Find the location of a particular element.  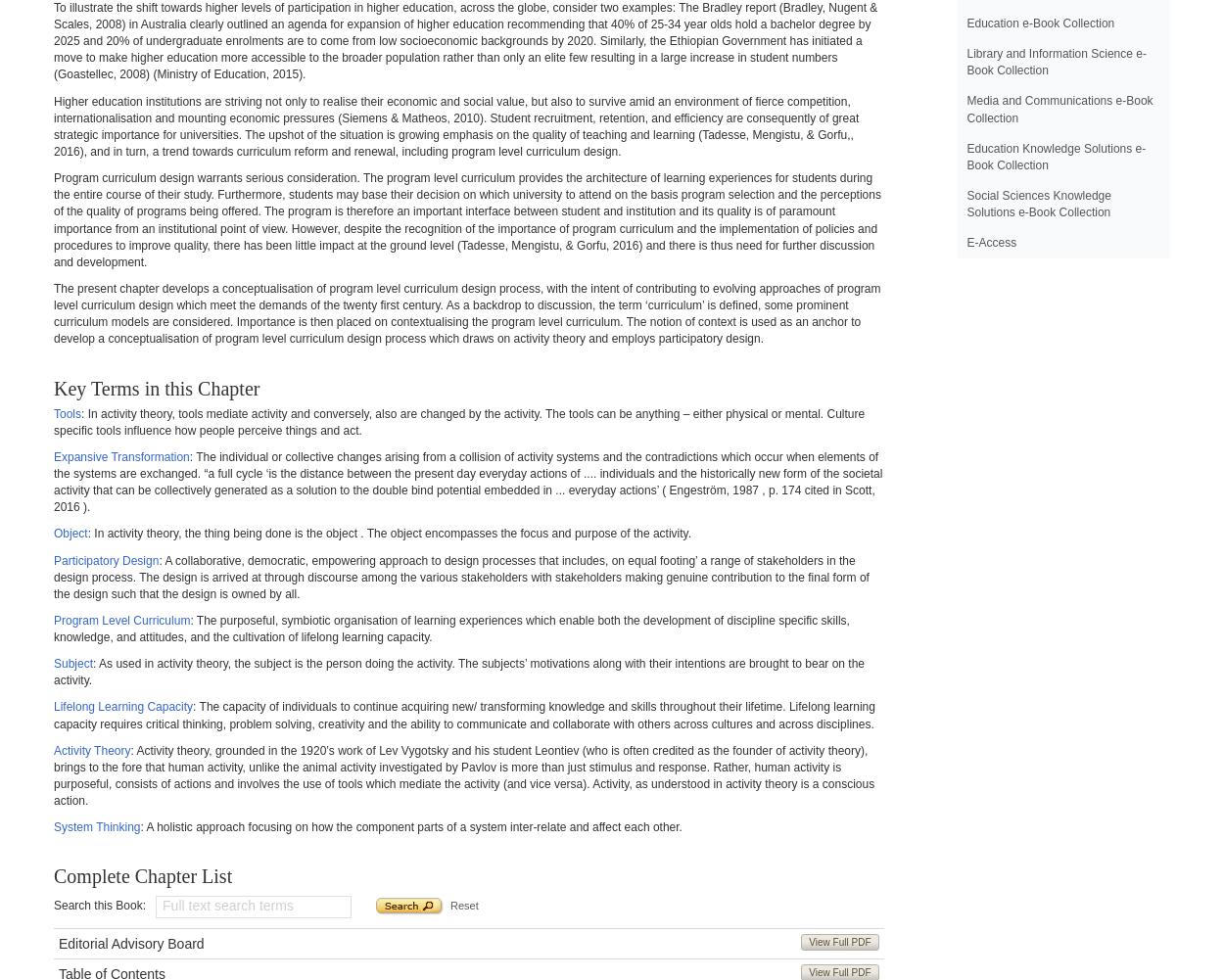

'Lifelong Learning Capacity' is located at coordinates (123, 707).